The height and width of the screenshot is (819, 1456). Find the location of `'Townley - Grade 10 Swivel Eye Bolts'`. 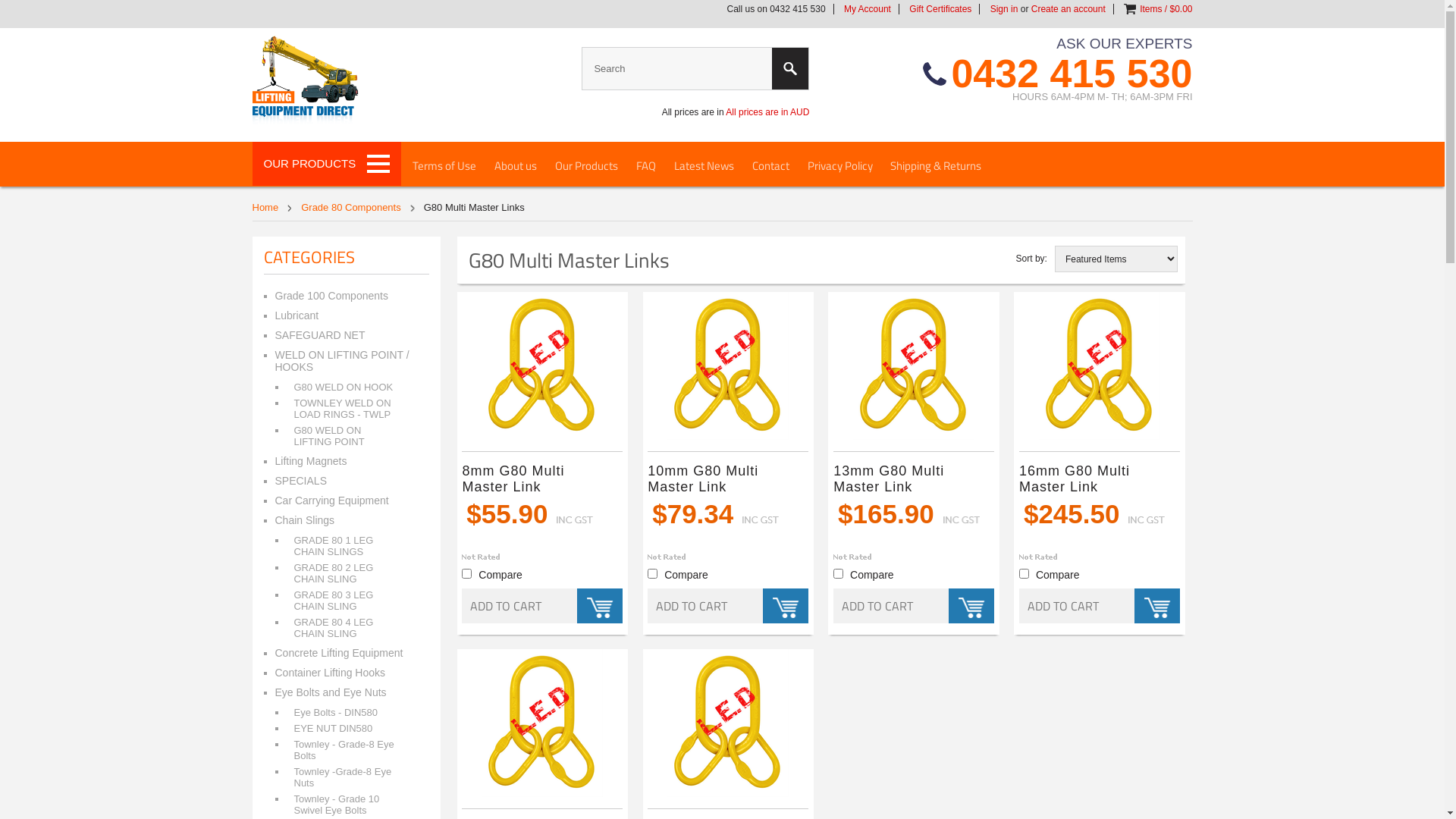

'Townley - Grade 10 Swivel Eye Bolts' is located at coordinates (346, 803).